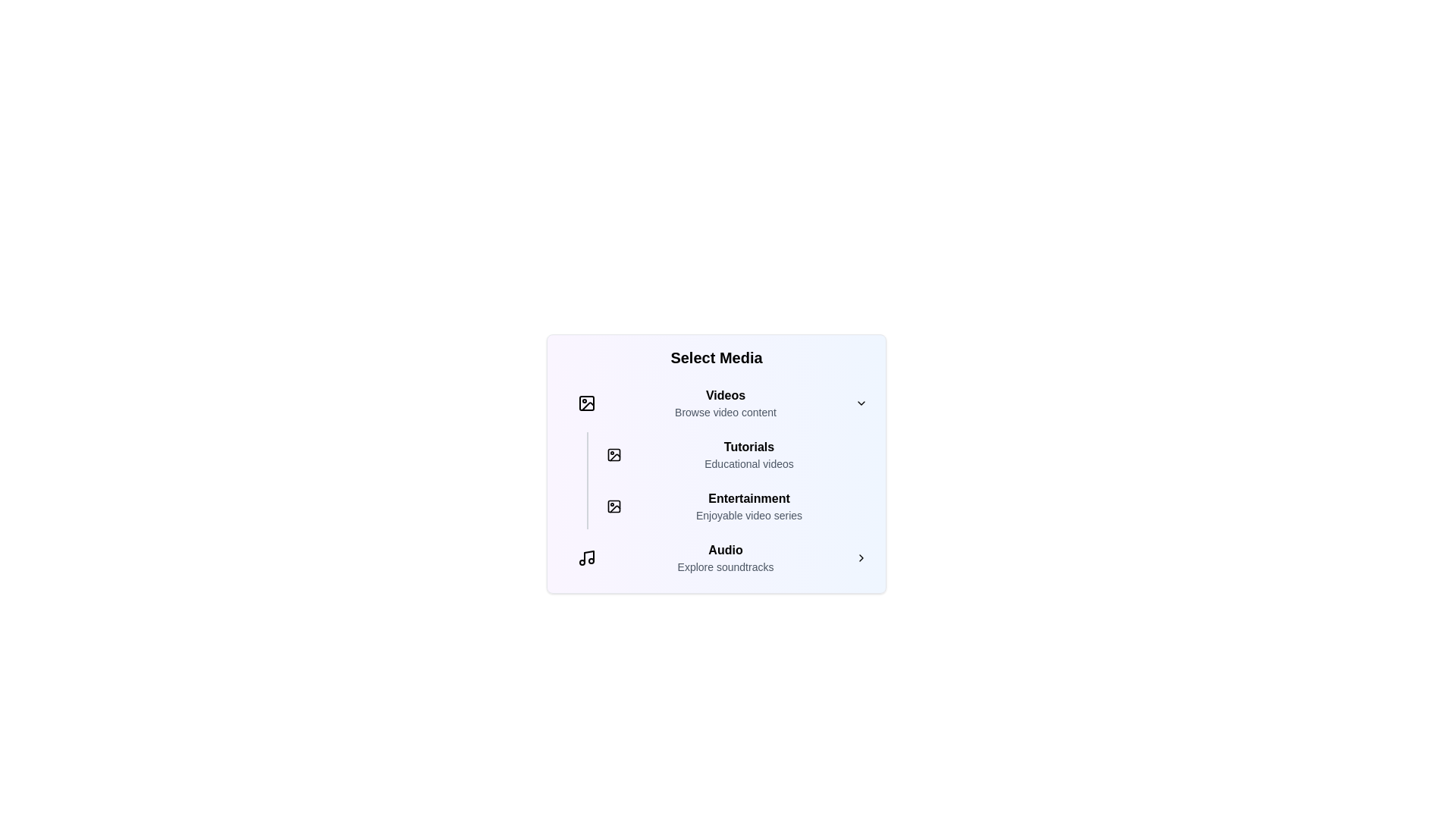 This screenshot has width=1456, height=819. What do you see at coordinates (588, 557) in the screenshot?
I see `the 'Audio' icon located at the bottom of the vertically aligned list within the card UI component, positioned directly to the left of the 'Audio' option's label text` at bounding box center [588, 557].